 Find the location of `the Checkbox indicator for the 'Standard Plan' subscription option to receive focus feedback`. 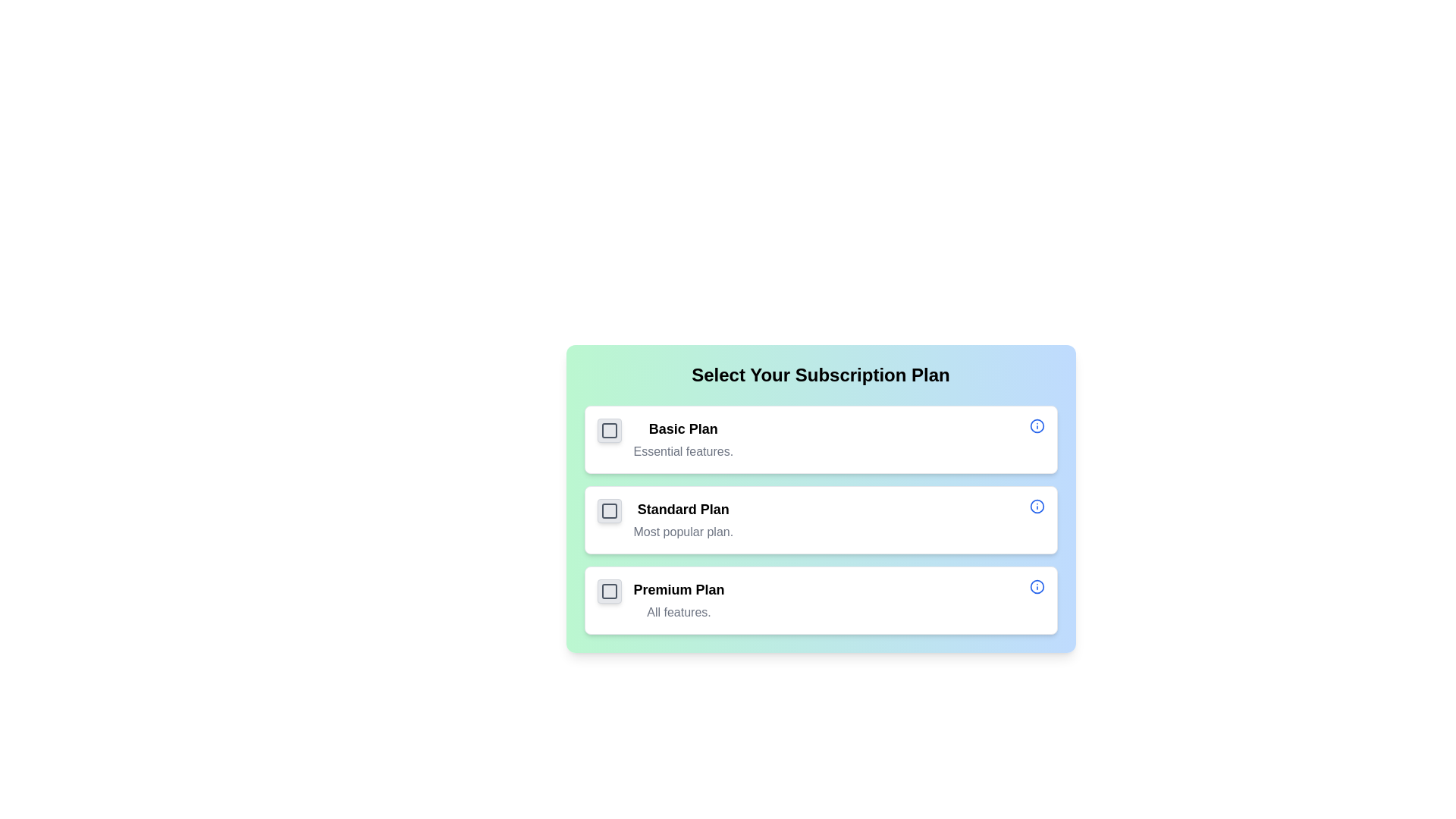

the Checkbox indicator for the 'Standard Plan' subscription option to receive focus feedback is located at coordinates (609, 511).